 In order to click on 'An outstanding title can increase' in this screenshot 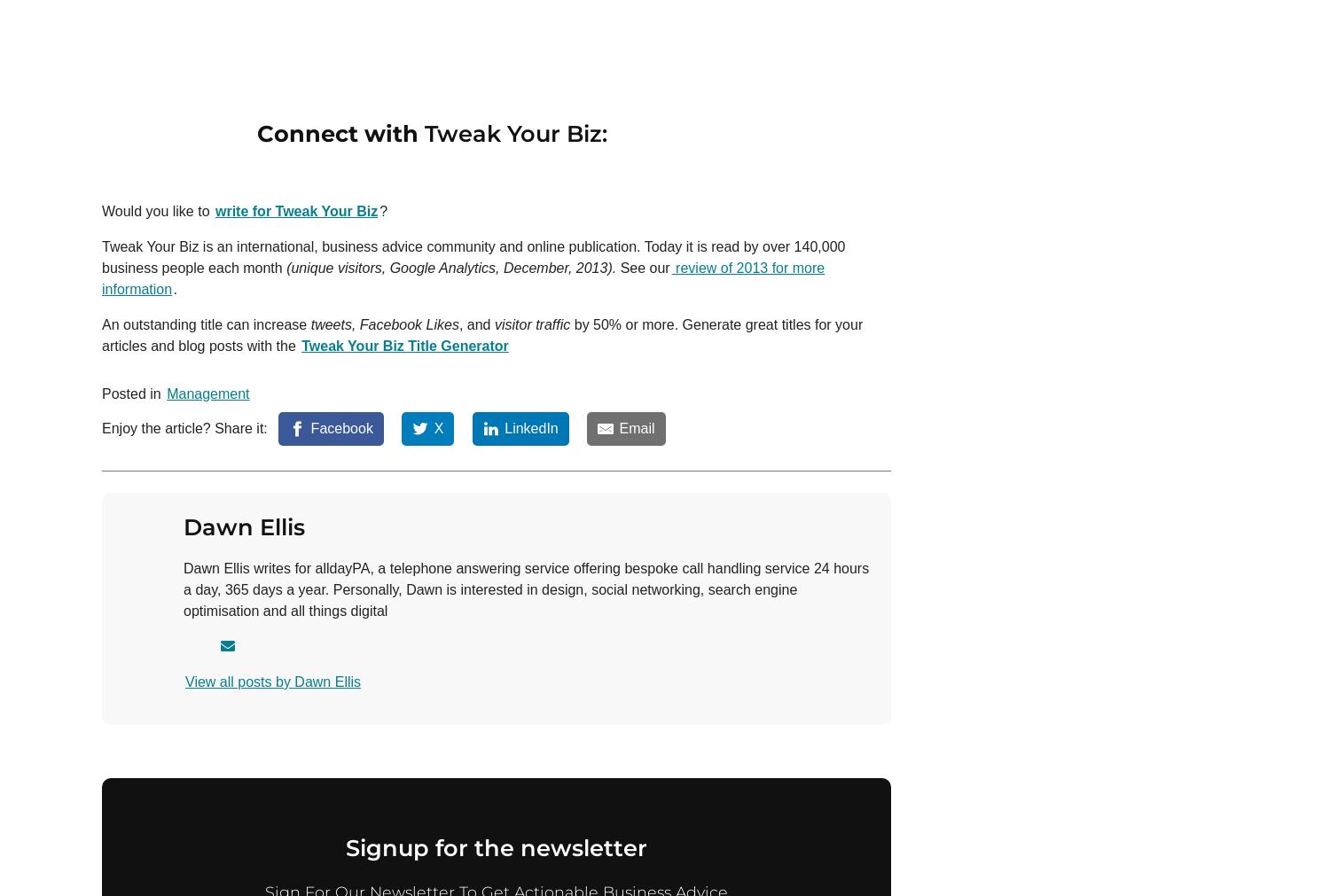, I will do `click(205, 323)`.